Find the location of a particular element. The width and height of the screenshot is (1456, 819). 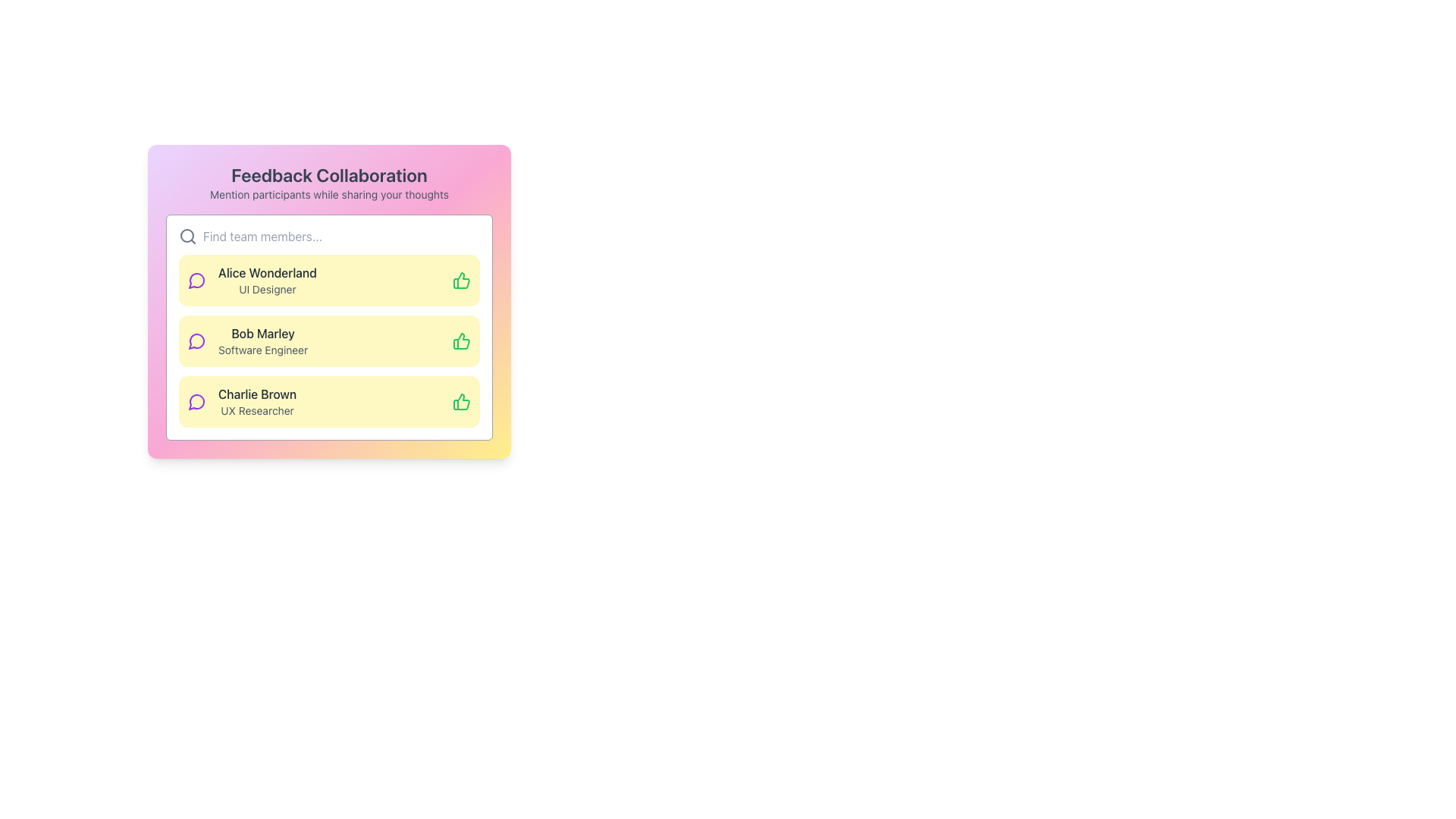

the messaging icon located as the first icon on the left side of the first row within a list of selectable user entries is located at coordinates (196, 281).